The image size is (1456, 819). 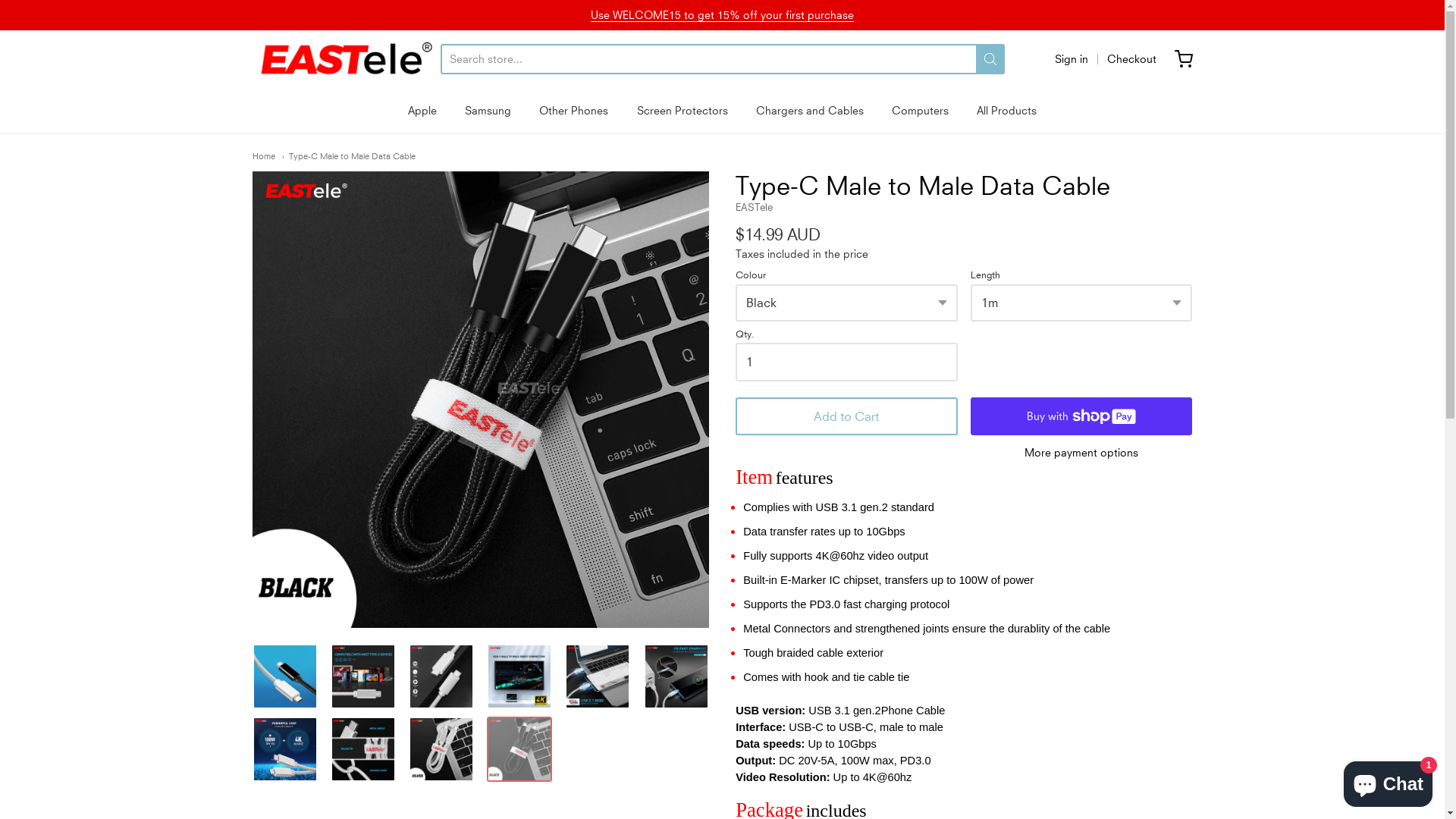 What do you see at coordinates (919, 110) in the screenshot?
I see `'Computers'` at bounding box center [919, 110].